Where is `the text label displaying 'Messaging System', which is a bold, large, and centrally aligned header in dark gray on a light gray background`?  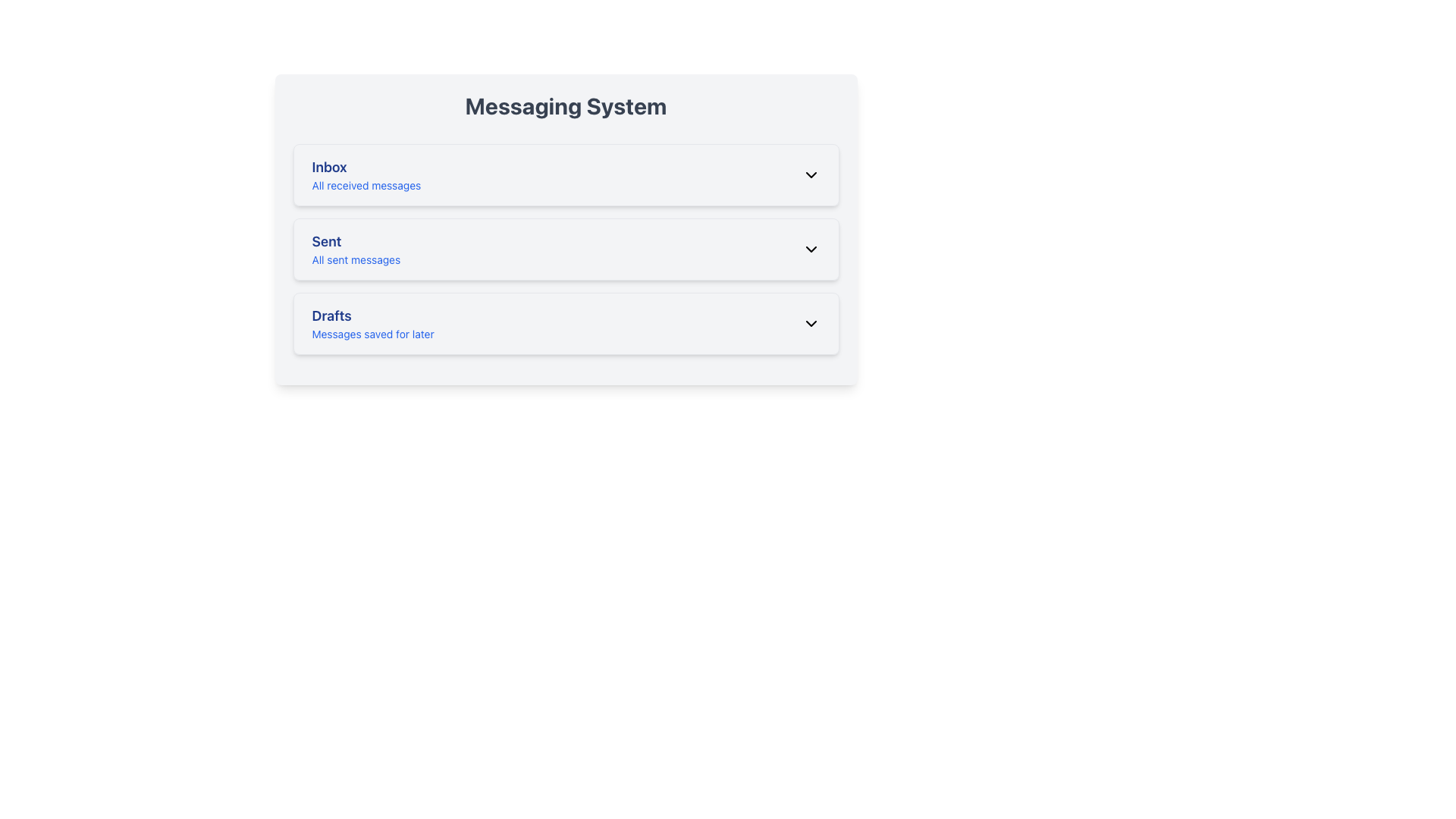
the text label displaying 'Messaging System', which is a bold, large, and centrally aligned header in dark gray on a light gray background is located at coordinates (565, 105).